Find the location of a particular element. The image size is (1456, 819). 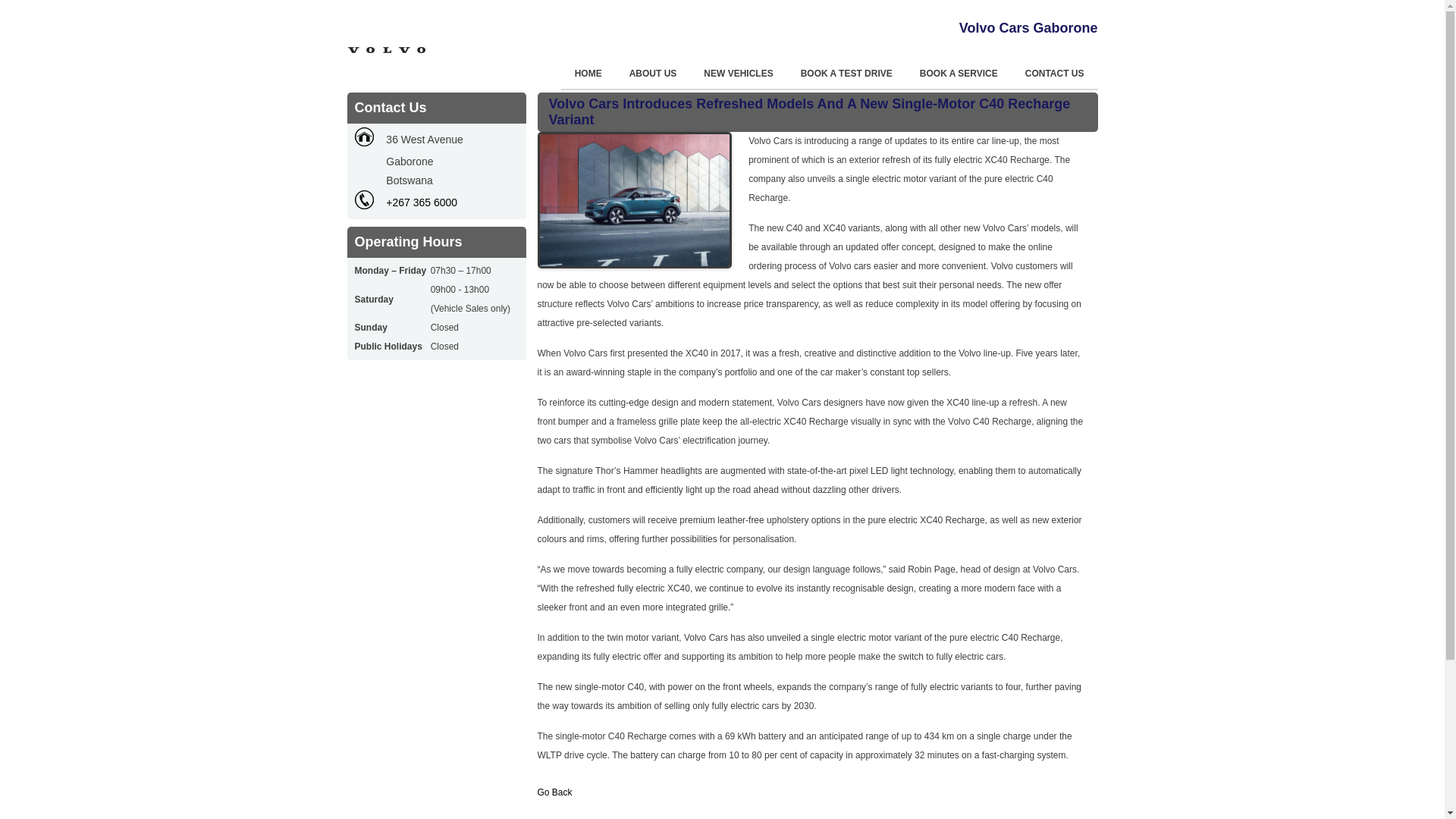

'ABOUT US' is located at coordinates (653, 74).